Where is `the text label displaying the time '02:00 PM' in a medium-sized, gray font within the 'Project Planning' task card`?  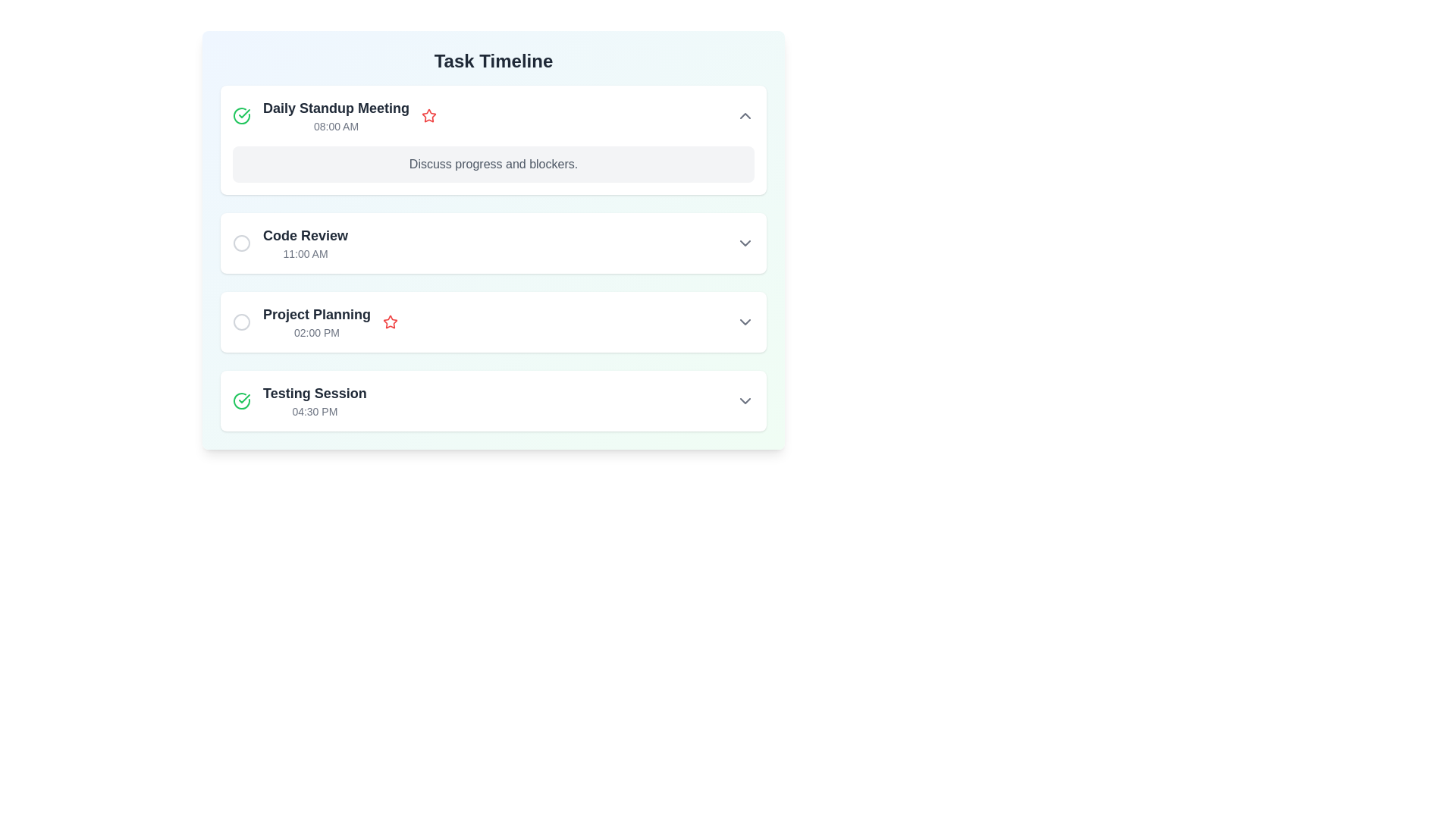
the text label displaying the time '02:00 PM' in a medium-sized, gray font within the 'Project Planning' task card is located at coordinates (315, 332).